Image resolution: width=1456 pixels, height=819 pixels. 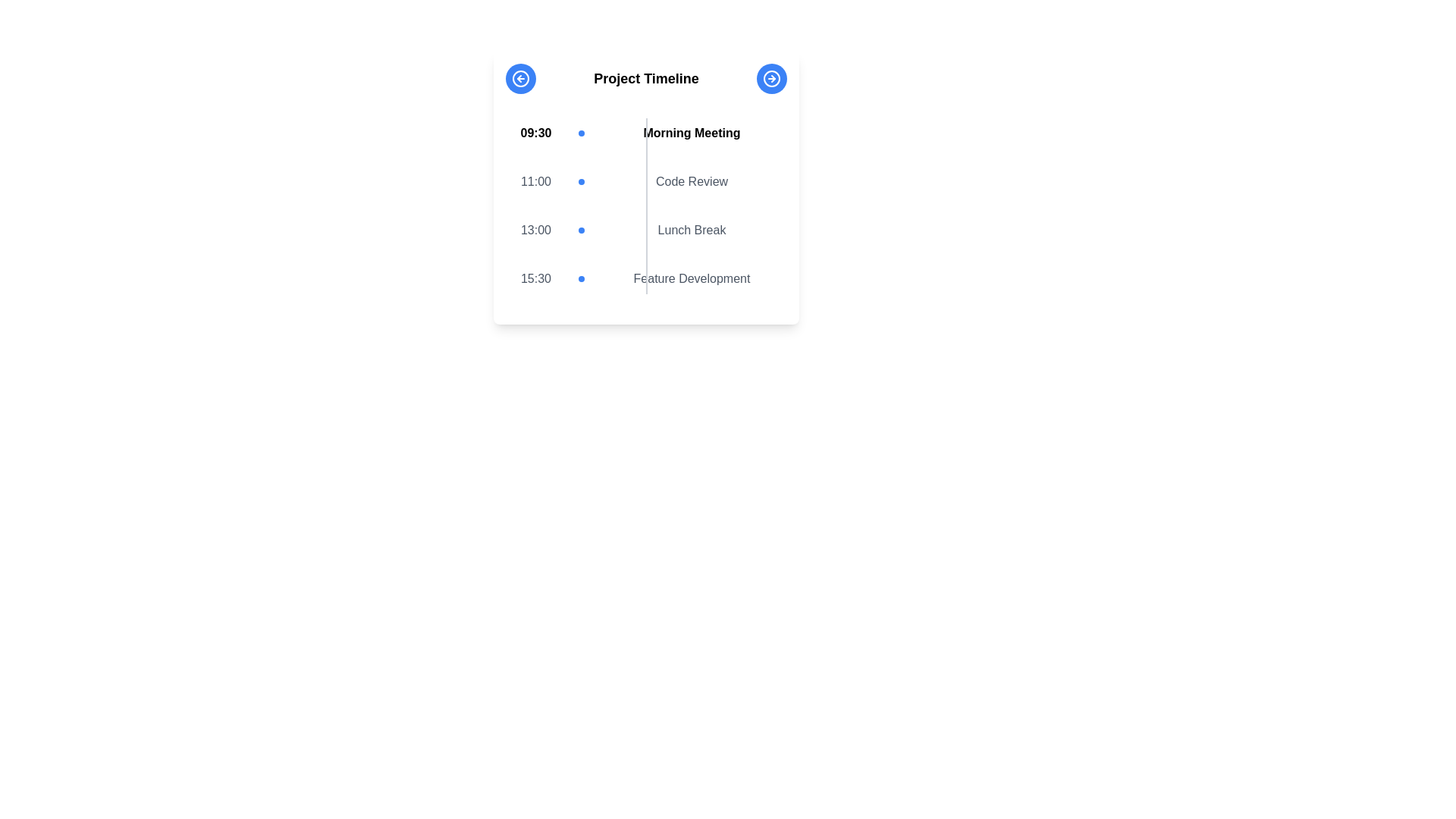 What do you see at coordinates (771, 79) in the screenshot?
I see `the circular blue-bordered icon with a right-pointing arrow, located at the top-right corner of the central panel next to the 'Project Timeline' header` at bounding box center [771, 79].